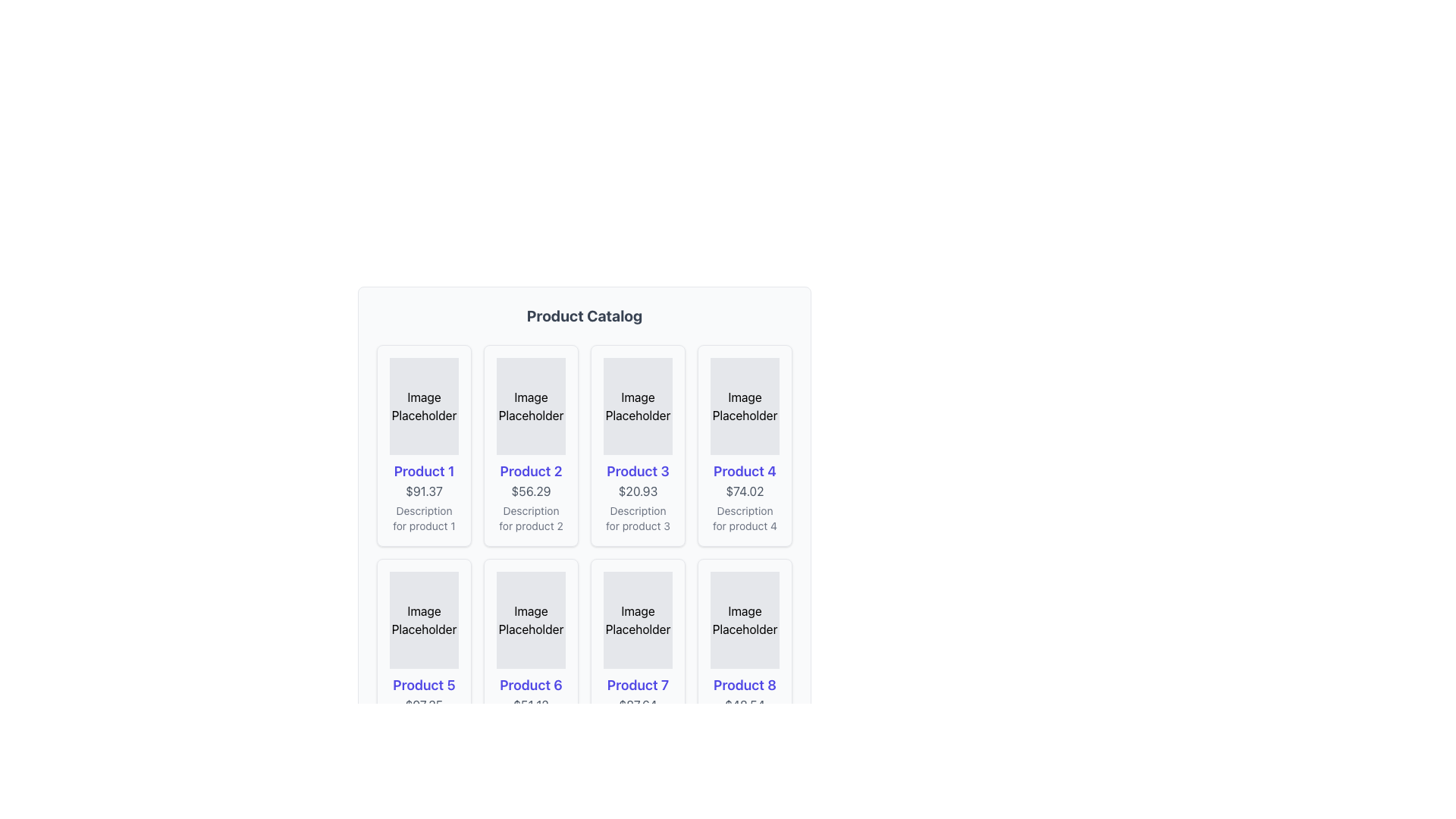 The image size is (1456, 819). What do you see at coordinates (638, 406) in the screenshot?
I see `the static informational area for 'Product 3' in the product grid, which serves as a placeholder for a product image` at bounding box center [638, 406].